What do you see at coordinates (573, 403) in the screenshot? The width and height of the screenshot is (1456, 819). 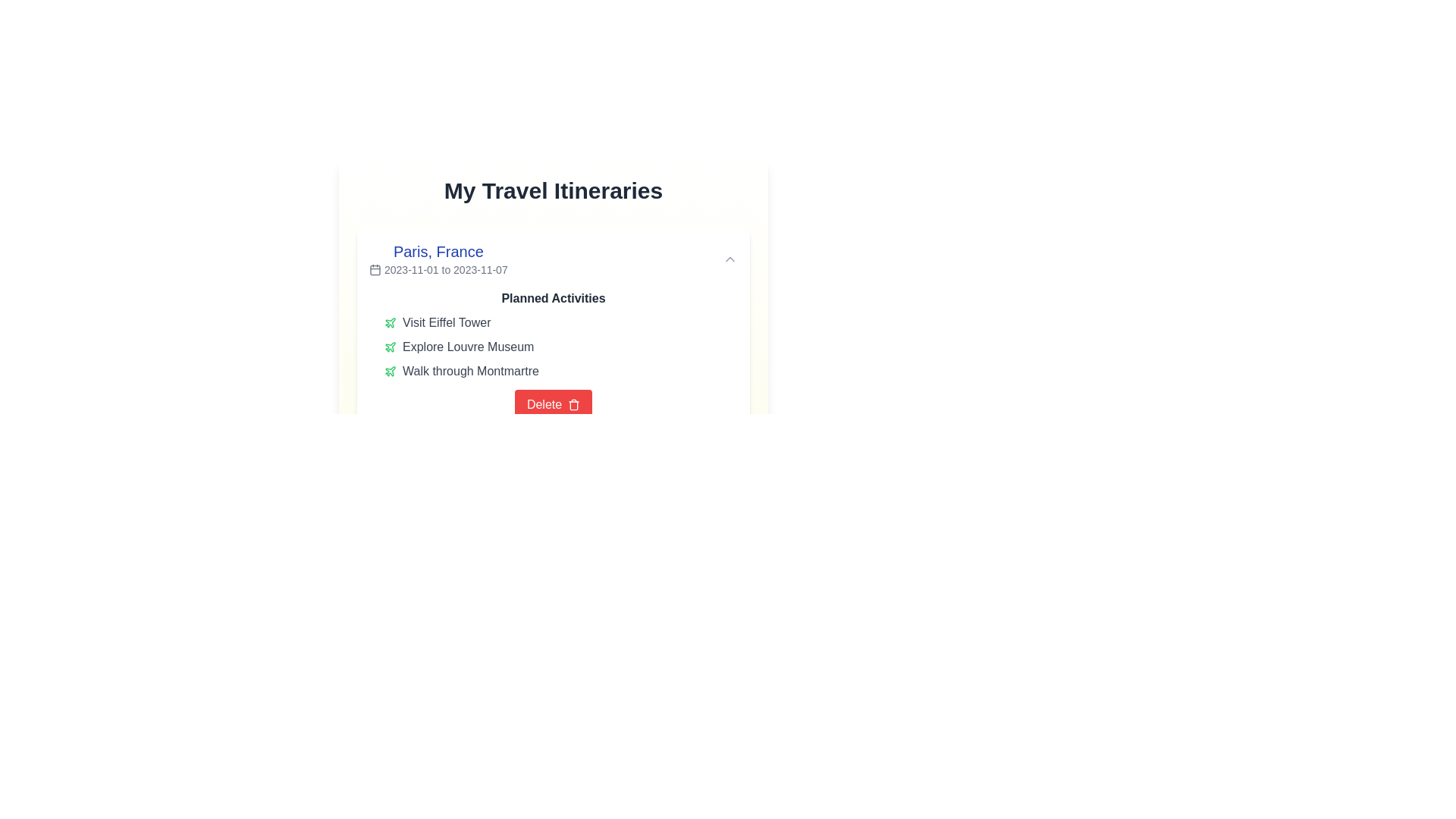 I see `the Trash bin icon, which represents the 'Delete' action located to the right of the 'Delete' text on the red button at the bottom of the itinerary card` at bounding box center [573, 403].